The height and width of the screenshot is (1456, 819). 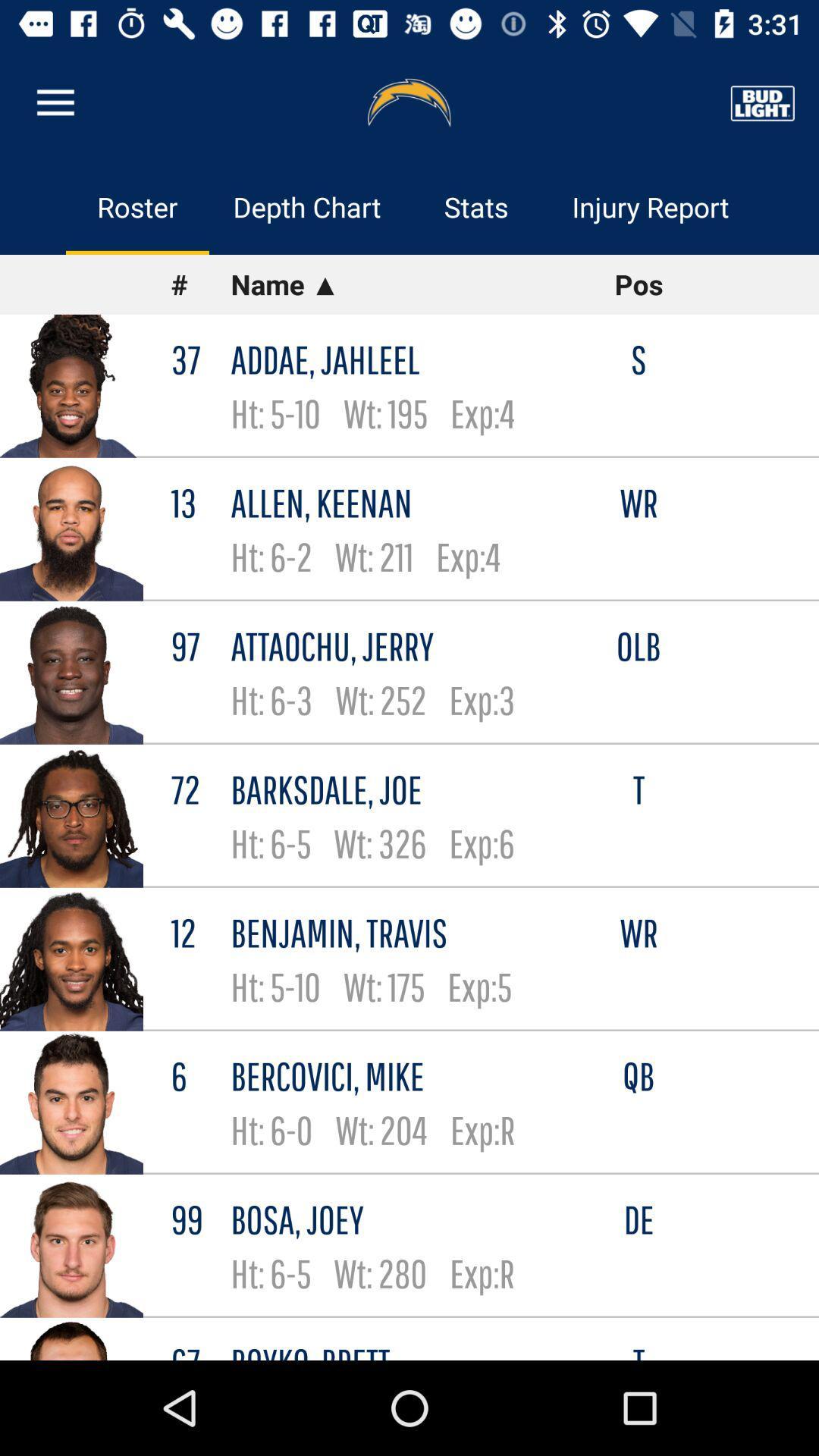 What do you see at coordinates (399, 284) in the screenshot?
I see `the item next to the # icon` at bounding box center [399, 284].